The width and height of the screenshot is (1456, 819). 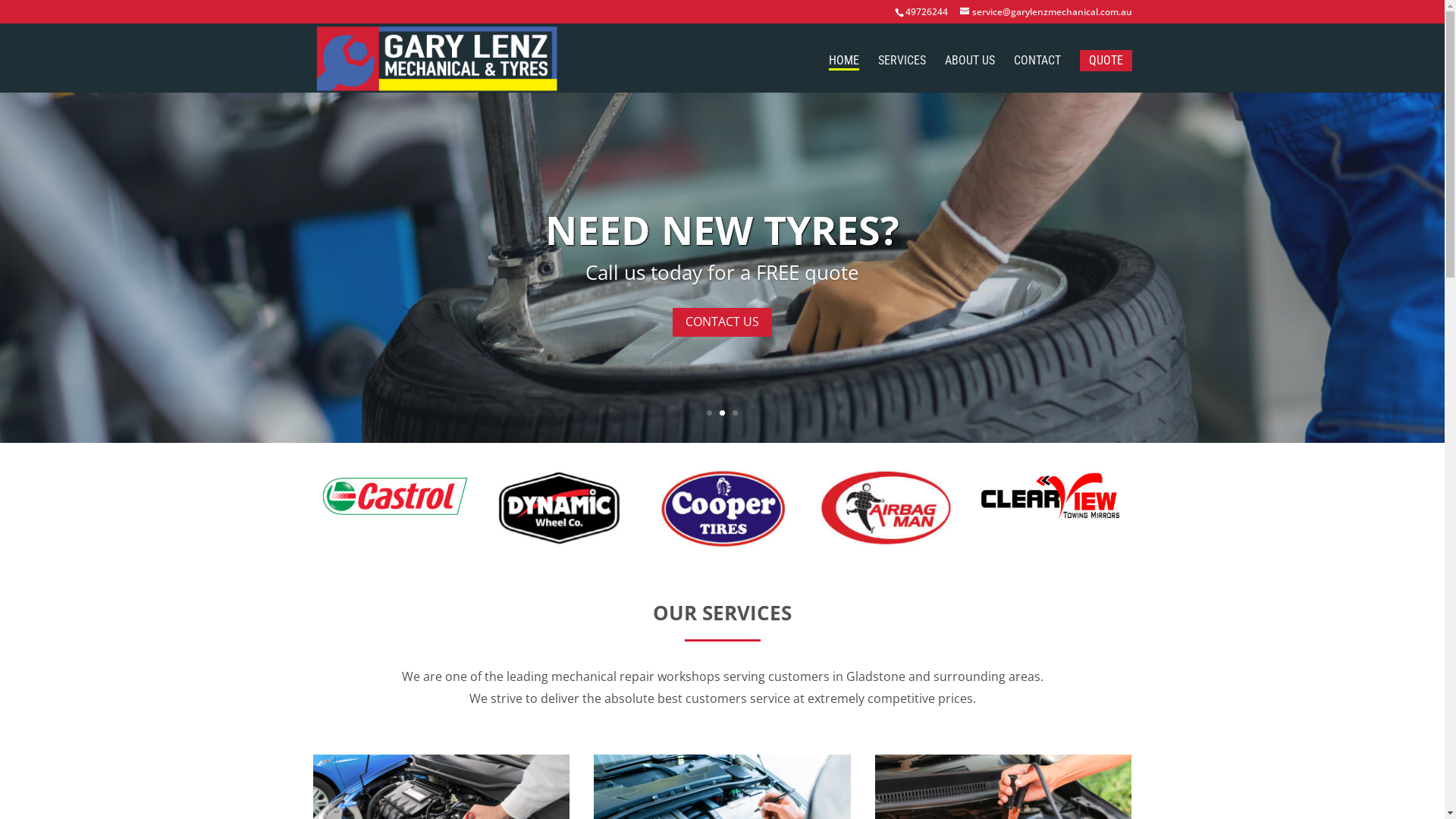 I want to click on 'QUOTE', so click(x=1106, y=60).